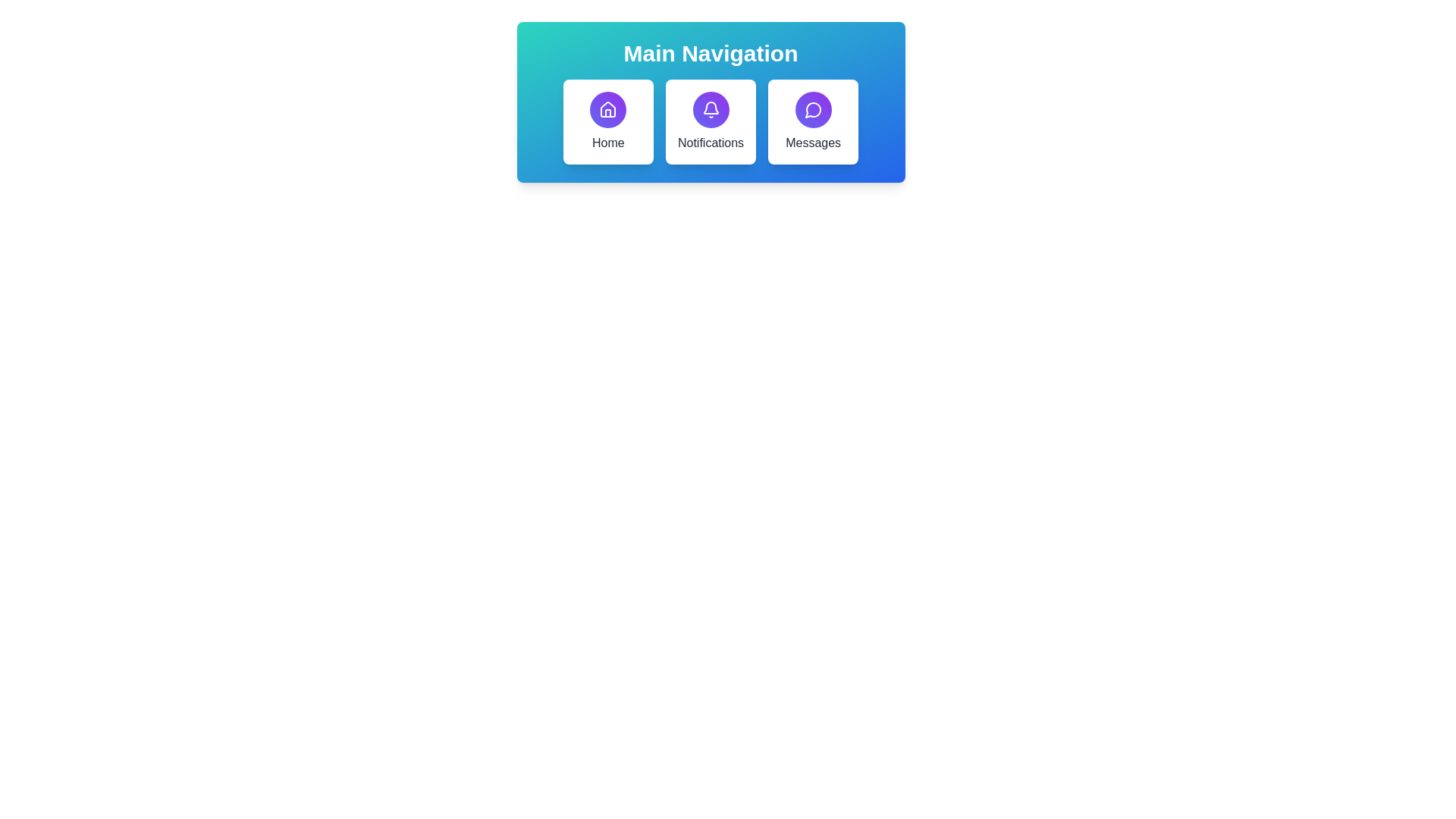 Image resolution: width=1456 pixels, height=819 pixels. I want to click on the Messages icon (SVG) representing the chat functionality in the navigation bar, which is the third element in the horizontally arranged navigation buttons, so click(812, 109).